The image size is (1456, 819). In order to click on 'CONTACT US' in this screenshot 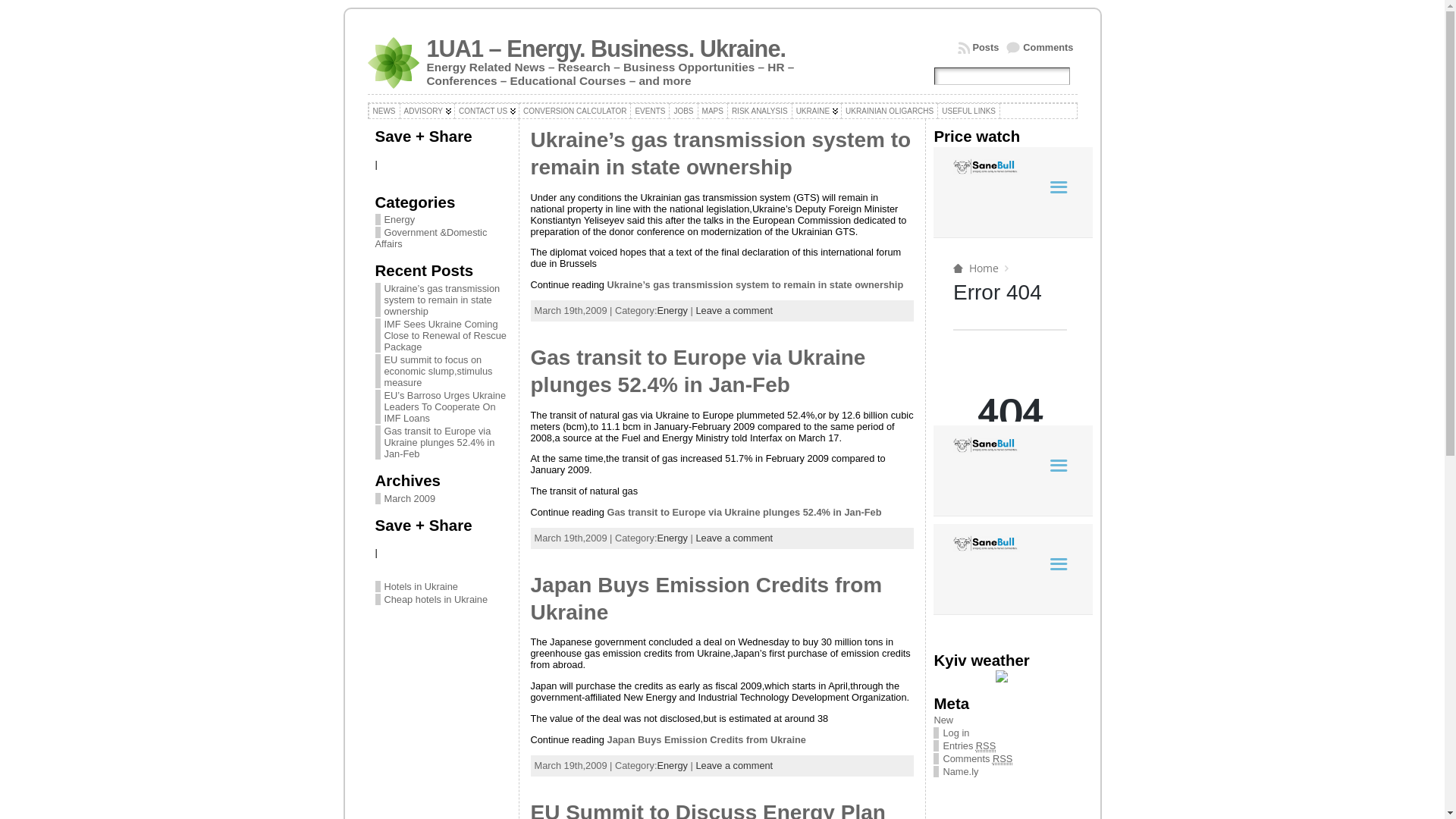, I will do `click(487, 110)`.